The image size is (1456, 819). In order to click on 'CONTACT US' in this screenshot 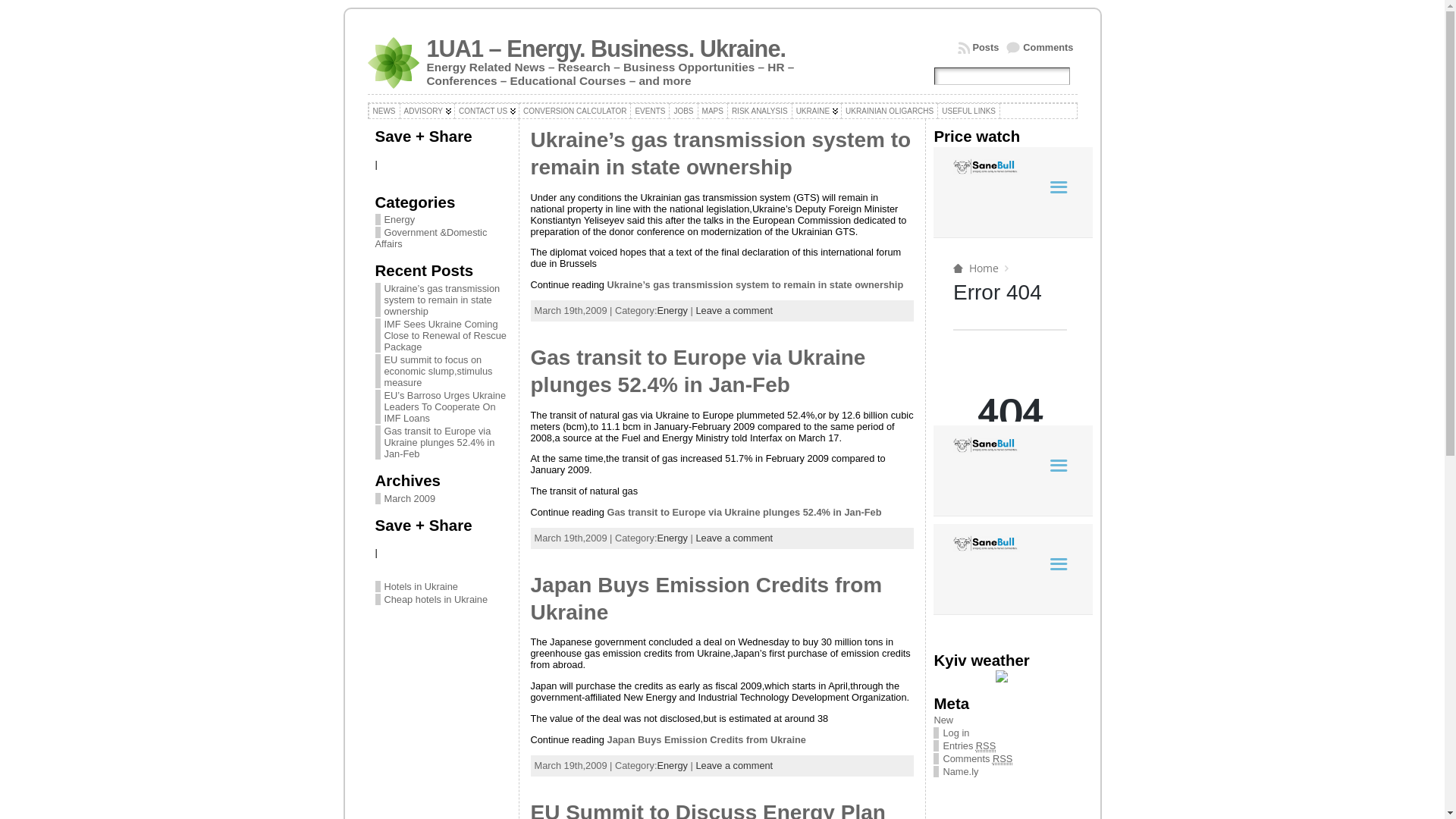, I will do `click(487, 110)`.